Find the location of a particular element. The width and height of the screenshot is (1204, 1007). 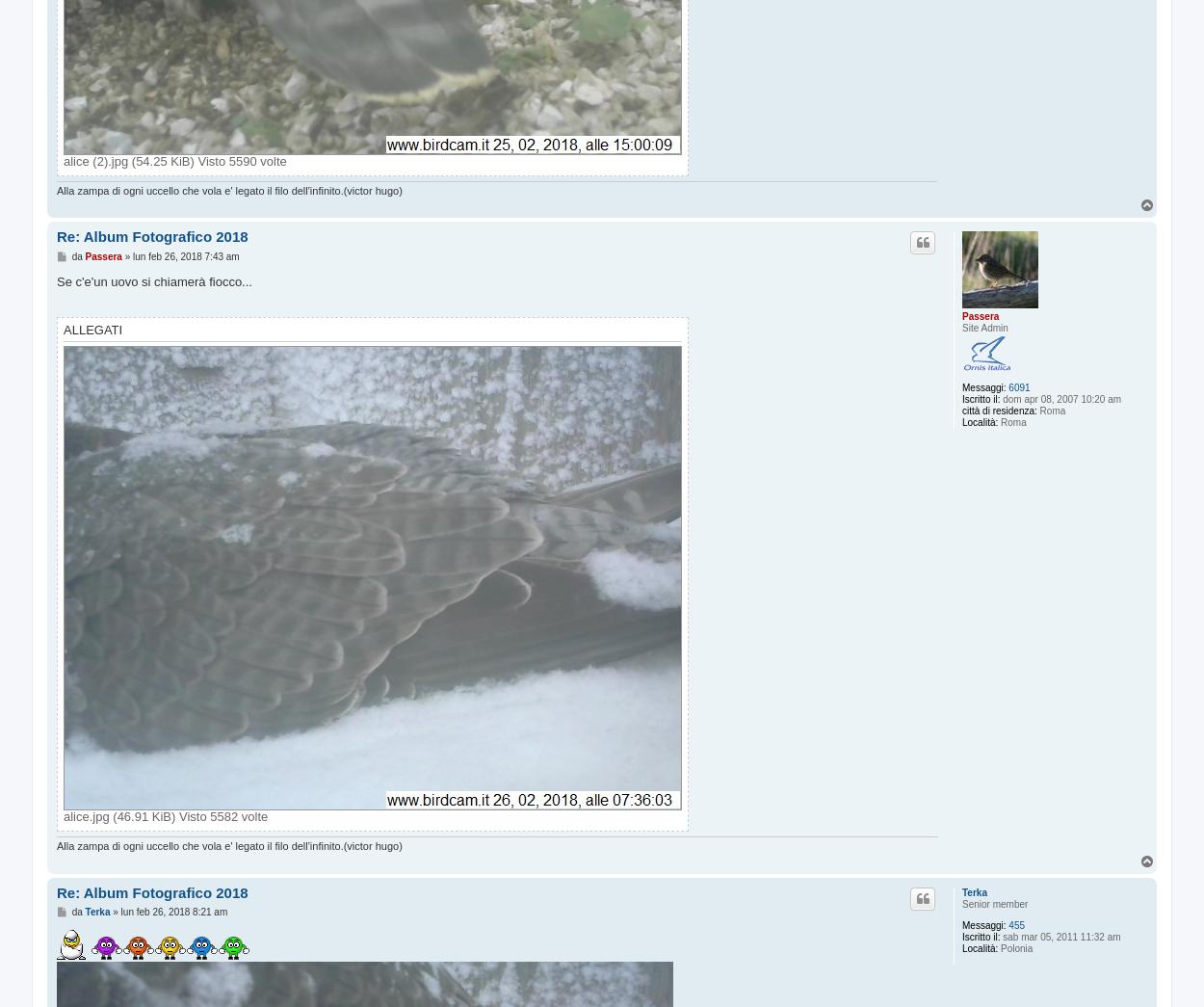

'dom apr 08, 2007 10:20 am' is located at coordinates (1060, 399).